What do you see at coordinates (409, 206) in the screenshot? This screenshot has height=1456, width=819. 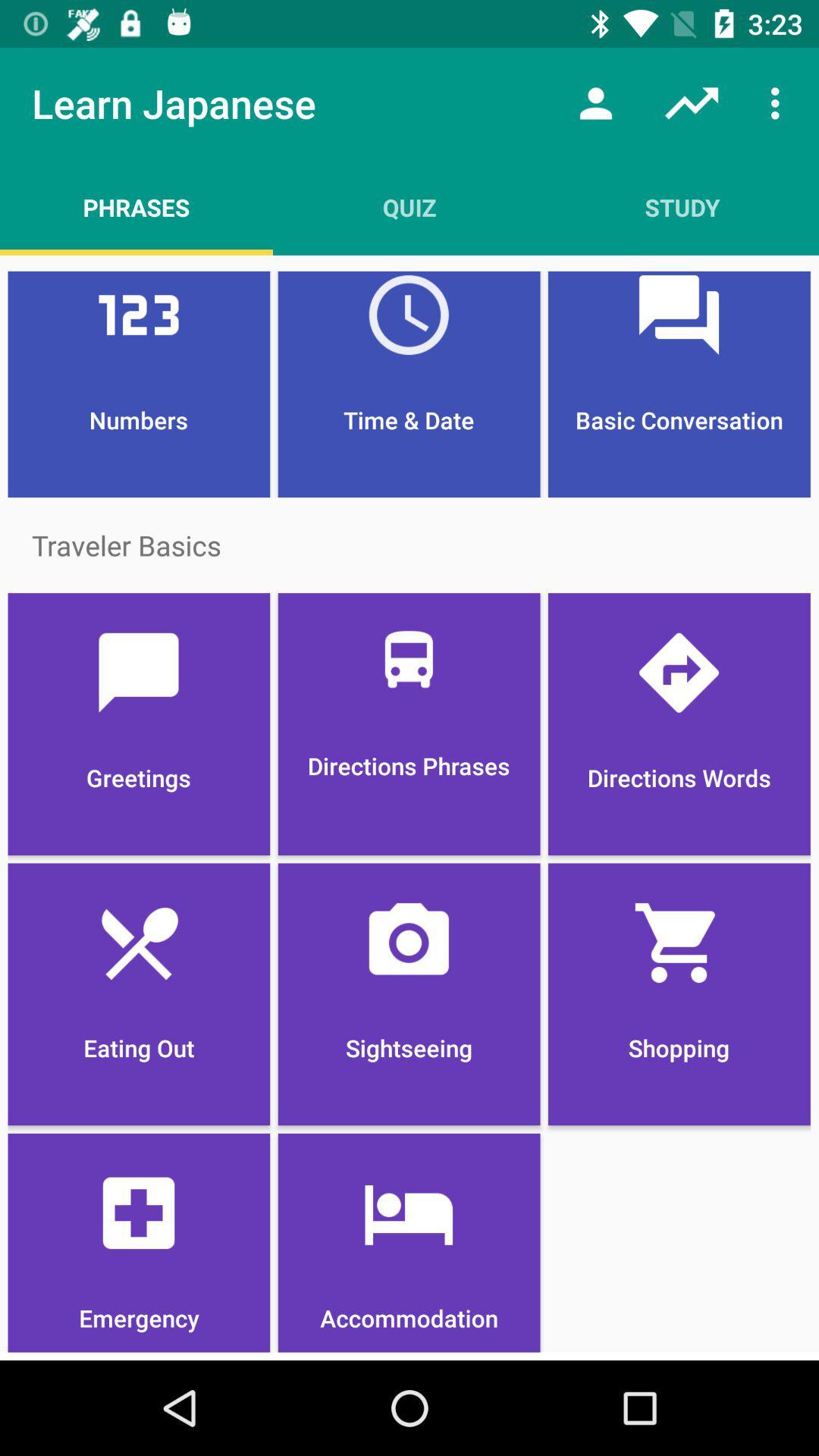 I see `app next to phrases icon` at bounding box center [409, 206].